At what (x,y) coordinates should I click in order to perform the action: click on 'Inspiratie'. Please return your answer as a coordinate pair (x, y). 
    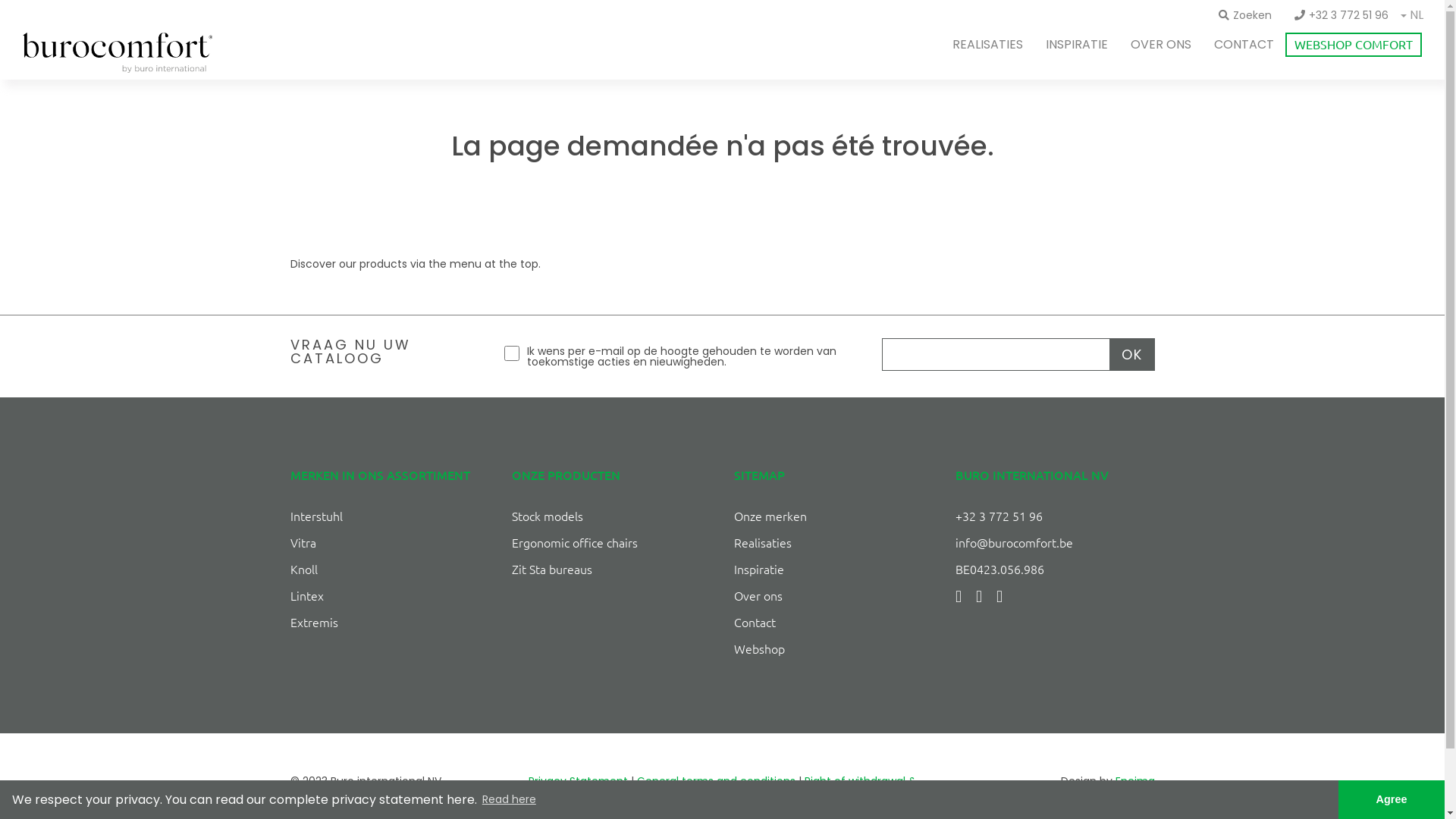
    Looking at the image, I should click on (759, 568).